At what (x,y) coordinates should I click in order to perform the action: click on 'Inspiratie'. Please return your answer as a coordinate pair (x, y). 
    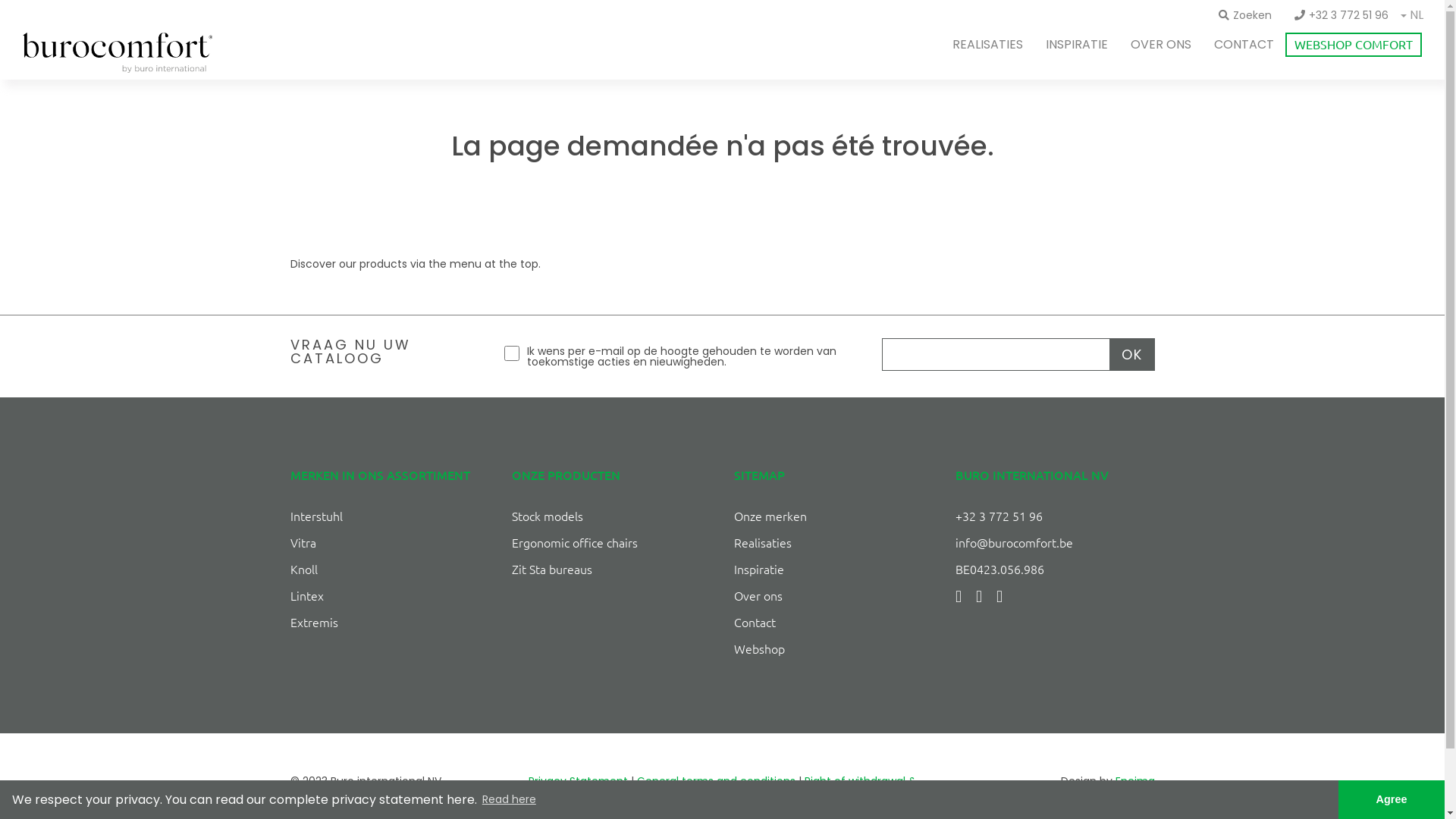
    Looking at the image, I should click on (759, 568).